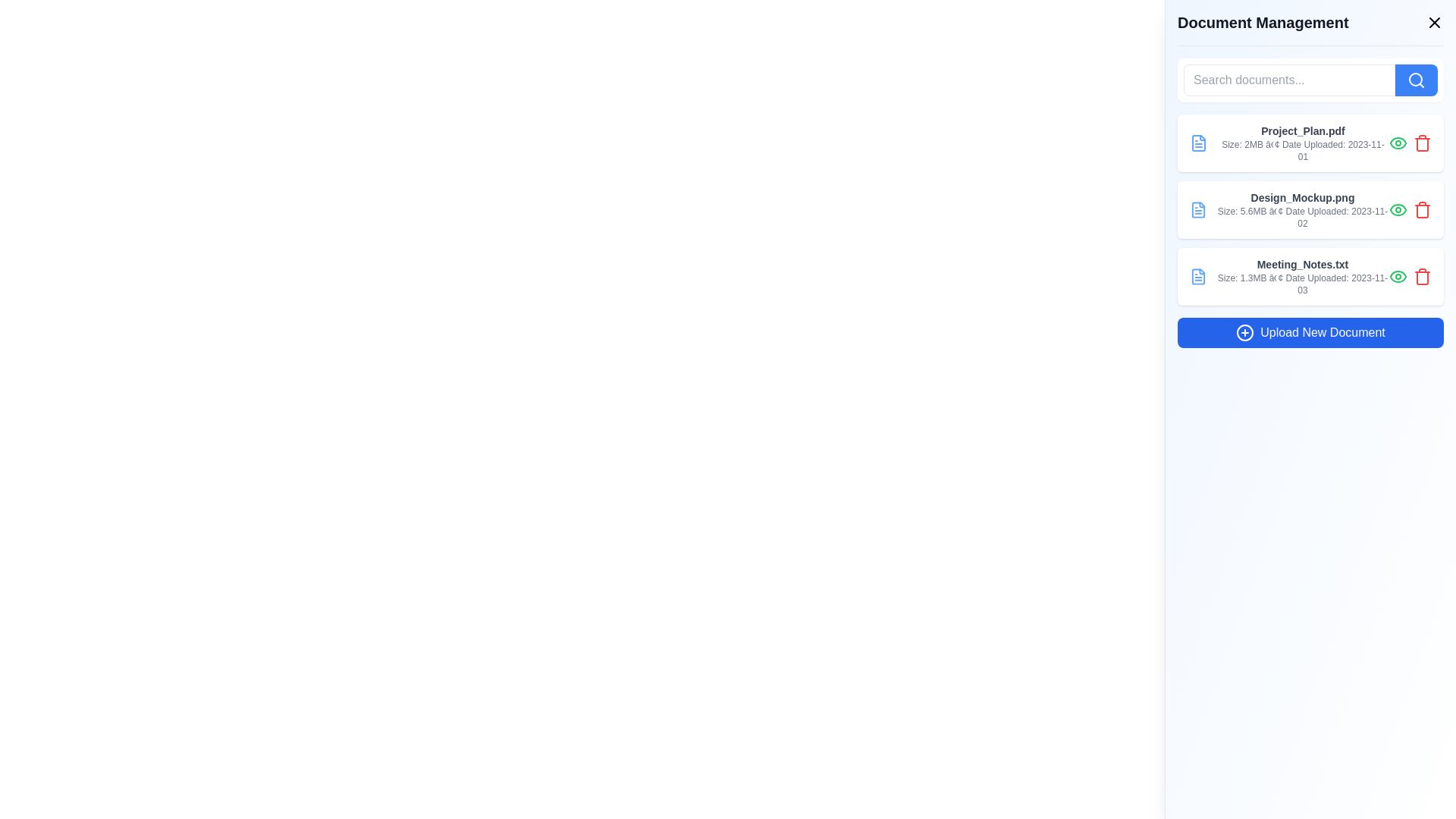 This screenshot has height=819, width=1456. What do you see at coordinates (1415, 80) in the screenshot?
I see `the search icon located in the top-right corner of the search bar within the 'Document Management' section` at bounding box center [1415, 80].